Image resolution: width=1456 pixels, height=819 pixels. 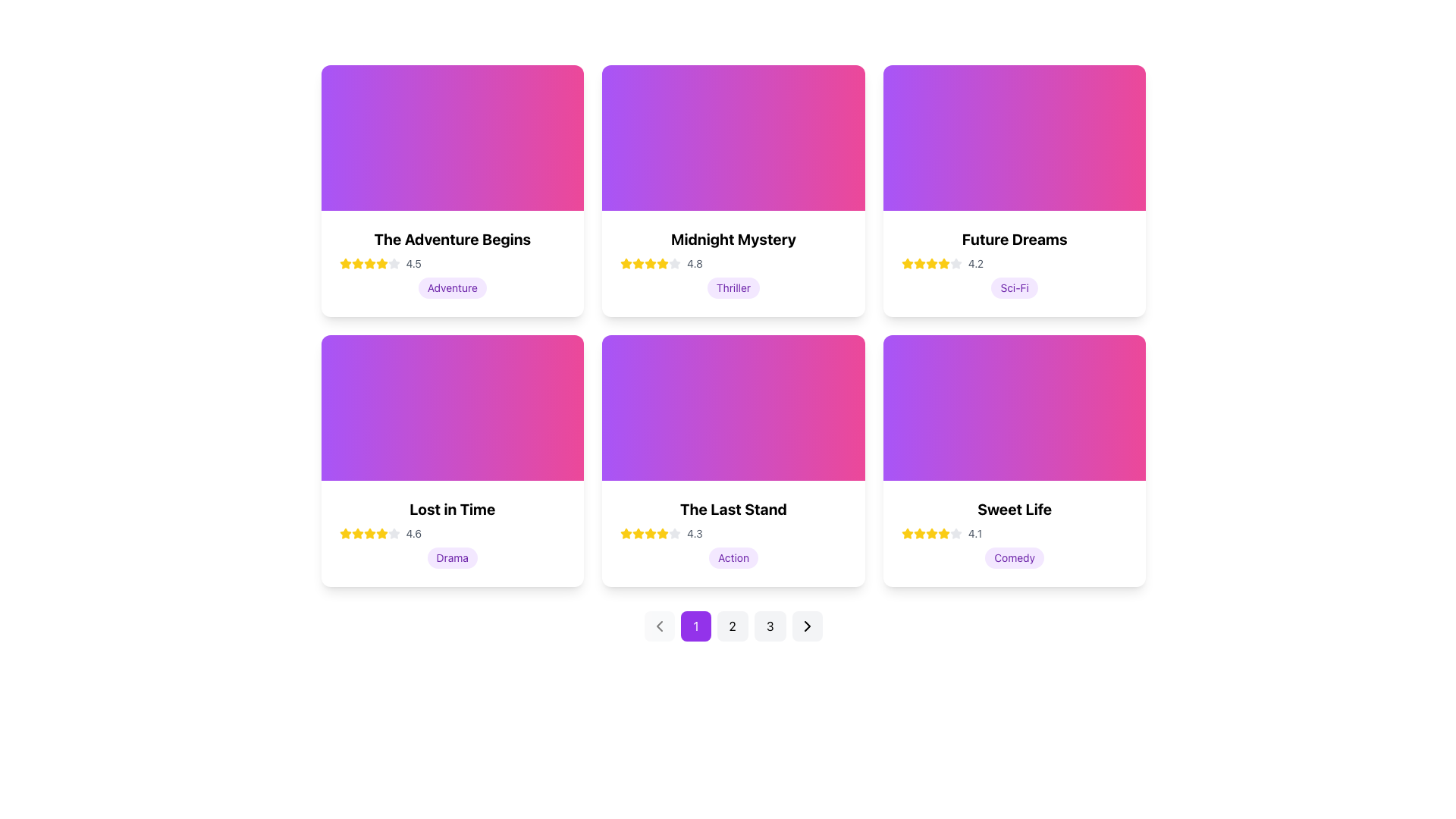 What do you see at coordinates (1015, 288) in the screenshot?
I see `label of the unique purple 'Sci-Fi' badge located within the 'Future Dreams' card, positioned below the rating and stars` at bounding box center [1015, 288].